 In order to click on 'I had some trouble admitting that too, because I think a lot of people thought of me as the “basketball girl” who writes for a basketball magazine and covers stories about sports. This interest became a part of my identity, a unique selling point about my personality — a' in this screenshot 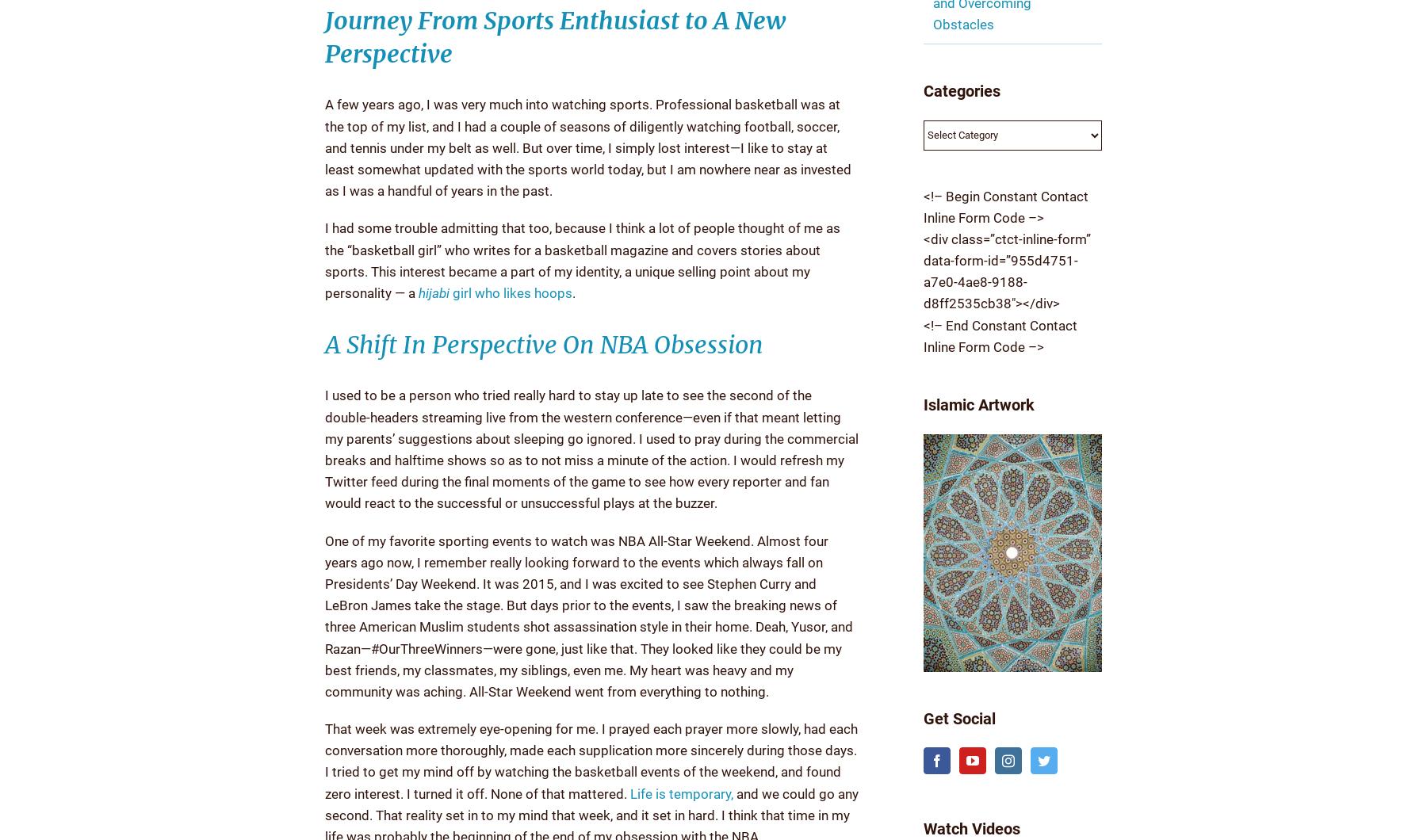, I will do `click(581, 260)`.